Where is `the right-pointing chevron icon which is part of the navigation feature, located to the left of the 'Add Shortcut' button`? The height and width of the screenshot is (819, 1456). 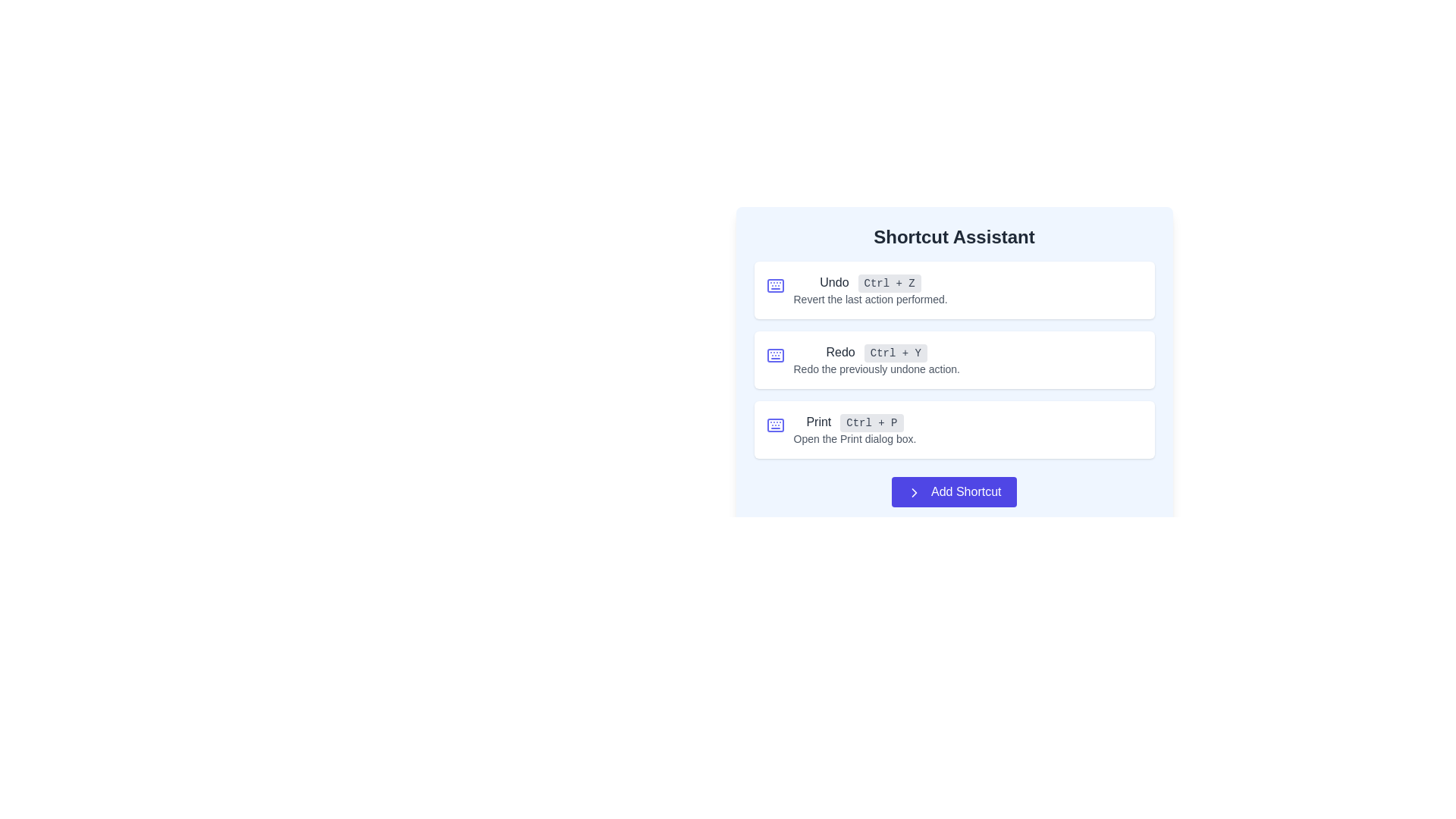 the right-pointing chevron icon which is part of the navigation feature, located to the left of the 'Add Shortcut' button is located at coordinates (914, 492).